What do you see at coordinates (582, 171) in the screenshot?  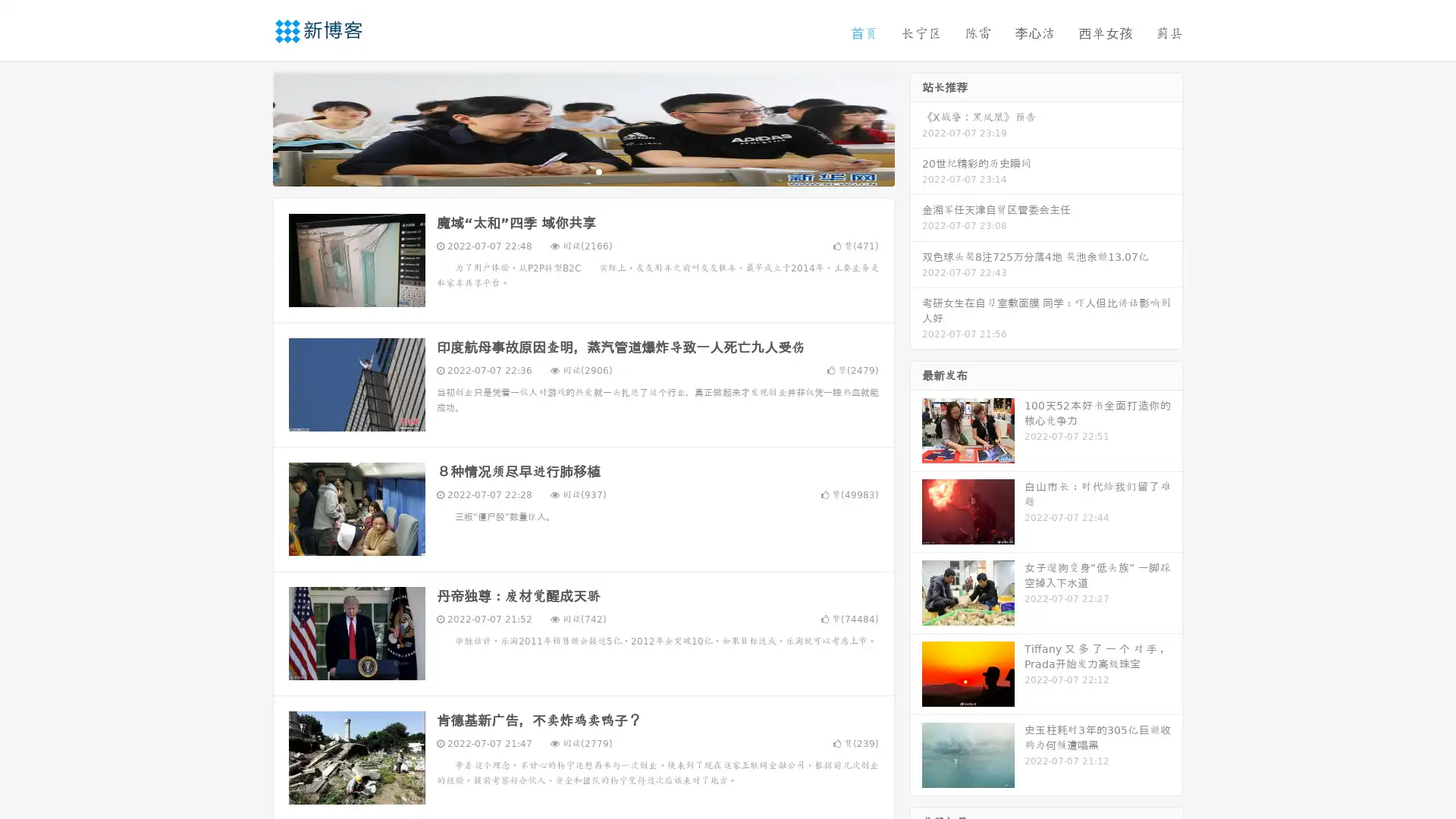 I see `Go to slide 2` at bounding box center [582, 171].